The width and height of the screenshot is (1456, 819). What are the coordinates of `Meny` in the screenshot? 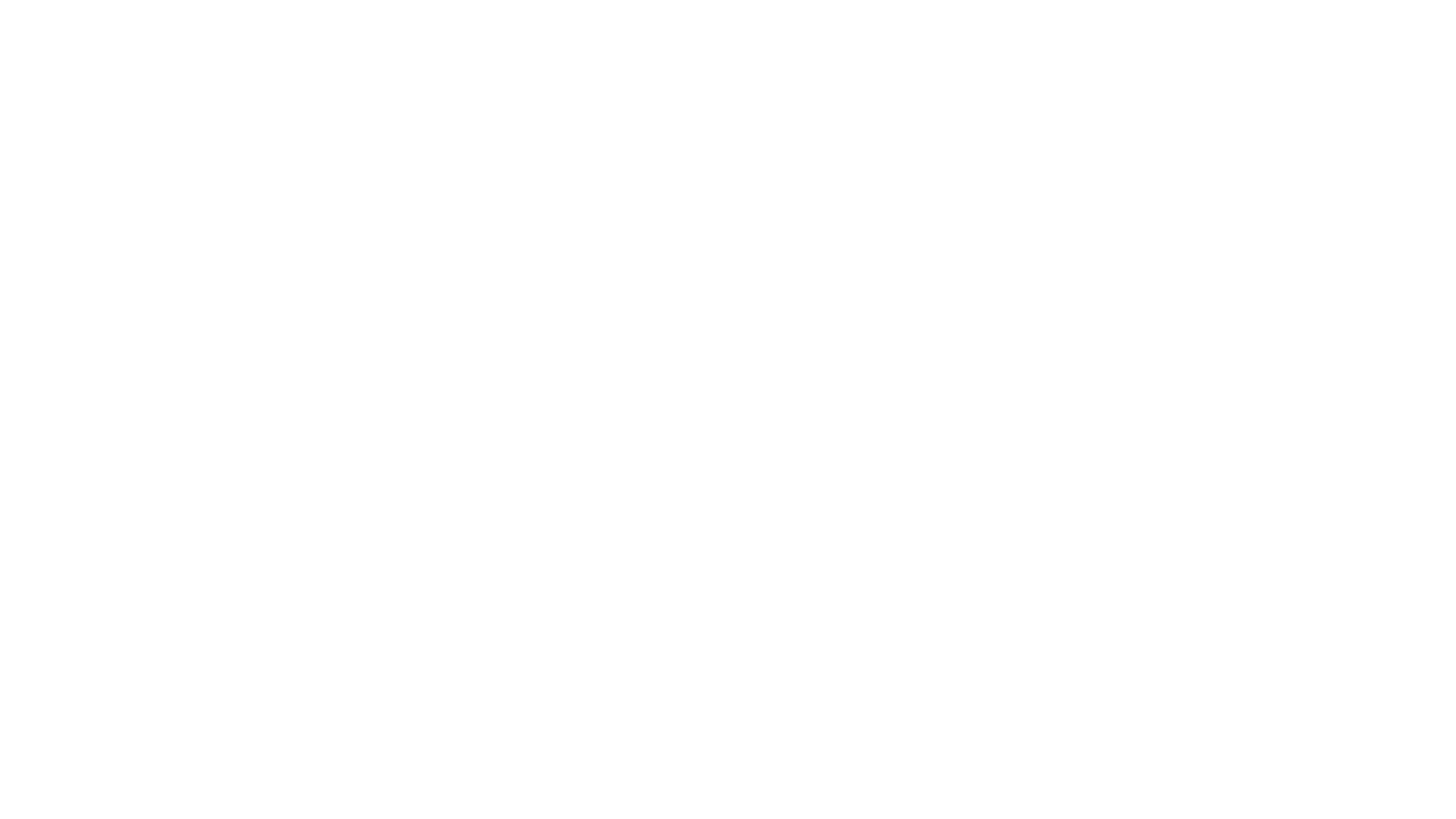 It's located at (1420, 46).